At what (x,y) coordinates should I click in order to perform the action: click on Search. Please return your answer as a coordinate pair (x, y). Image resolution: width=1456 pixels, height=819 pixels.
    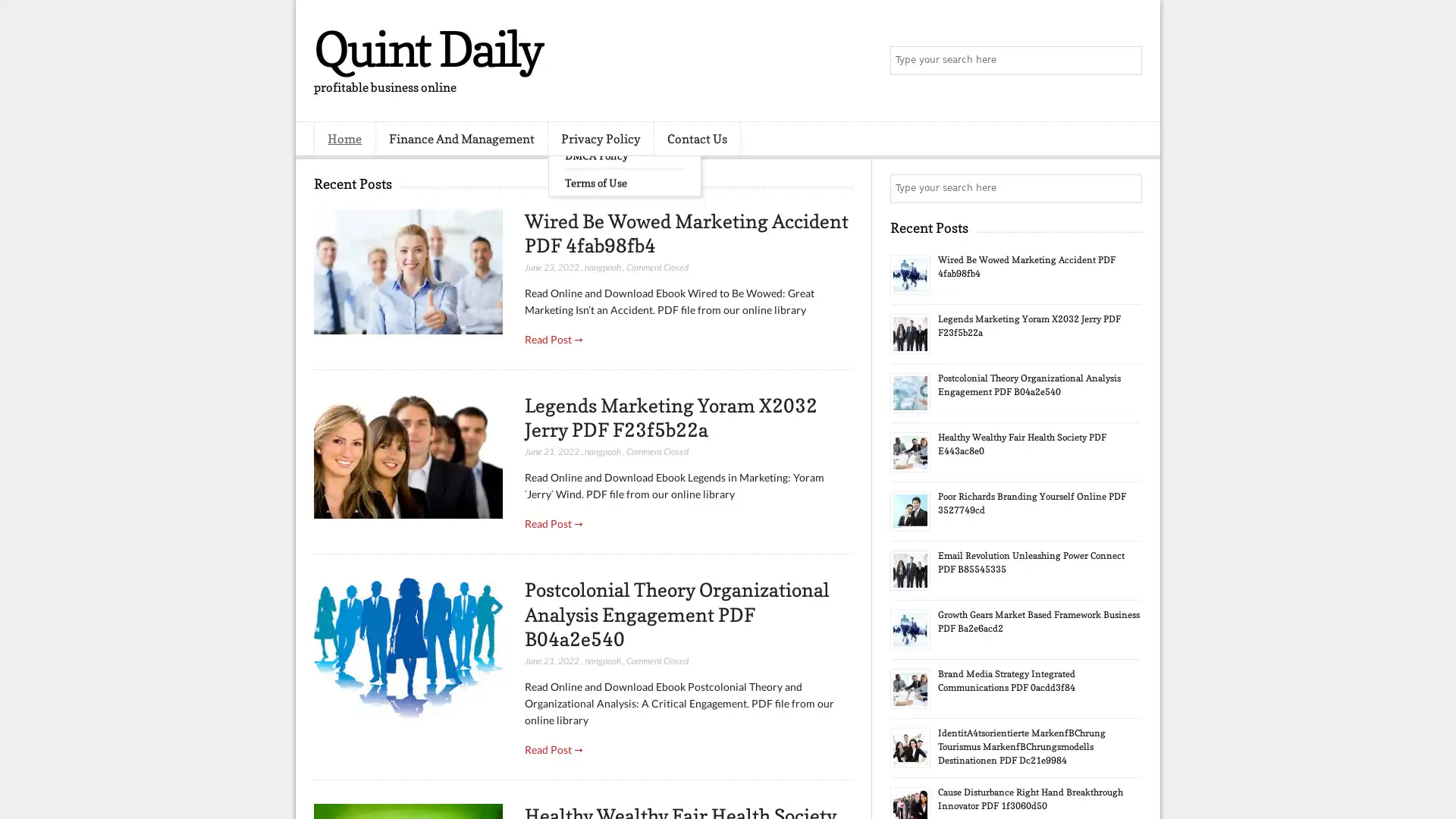
    Looking at the image, I should click on (1126, 188).